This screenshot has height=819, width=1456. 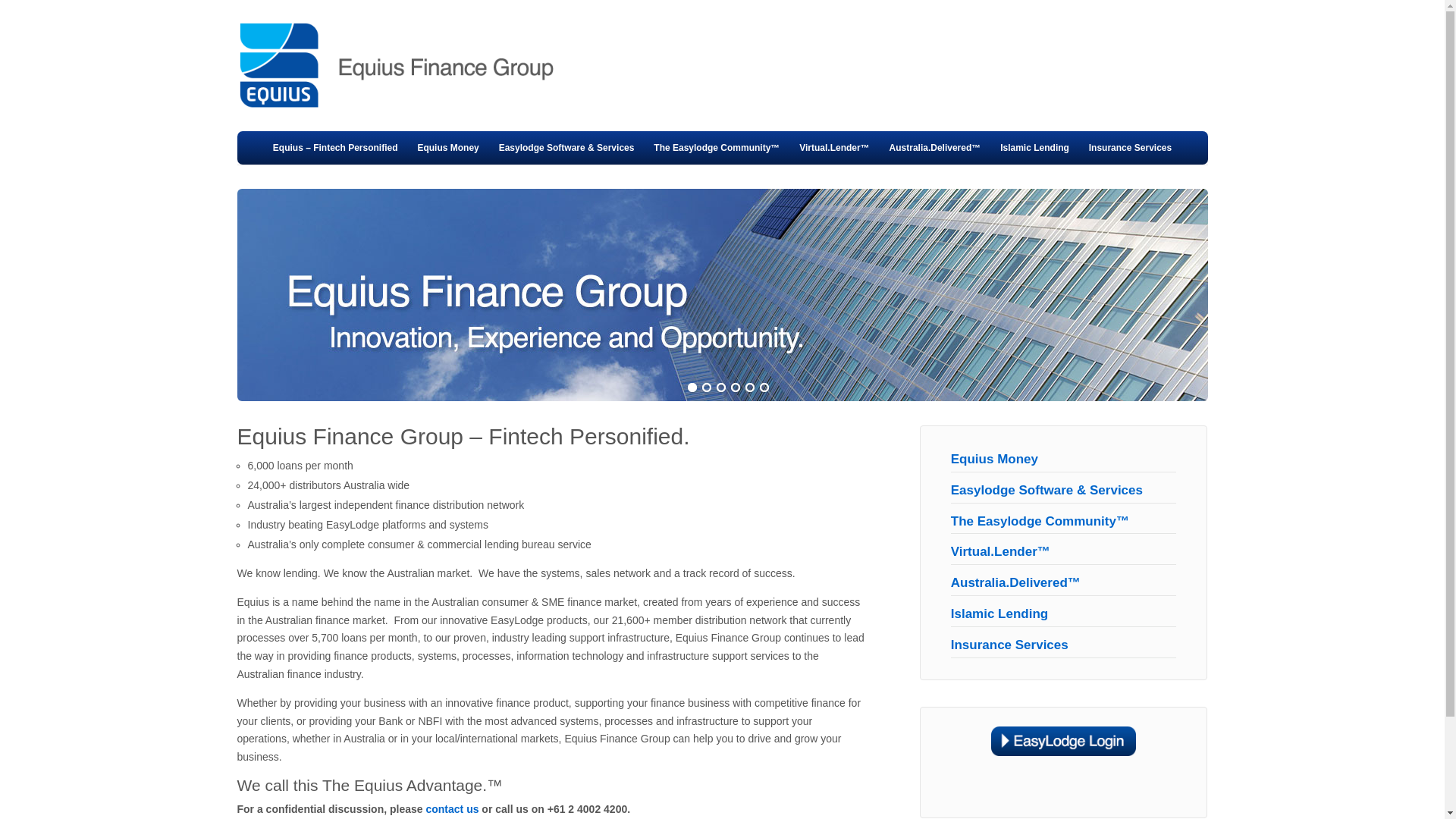 What do you see at coordinates (764, 388) in the screenshot?
I see `'6'` at bounding box center [764, 388].